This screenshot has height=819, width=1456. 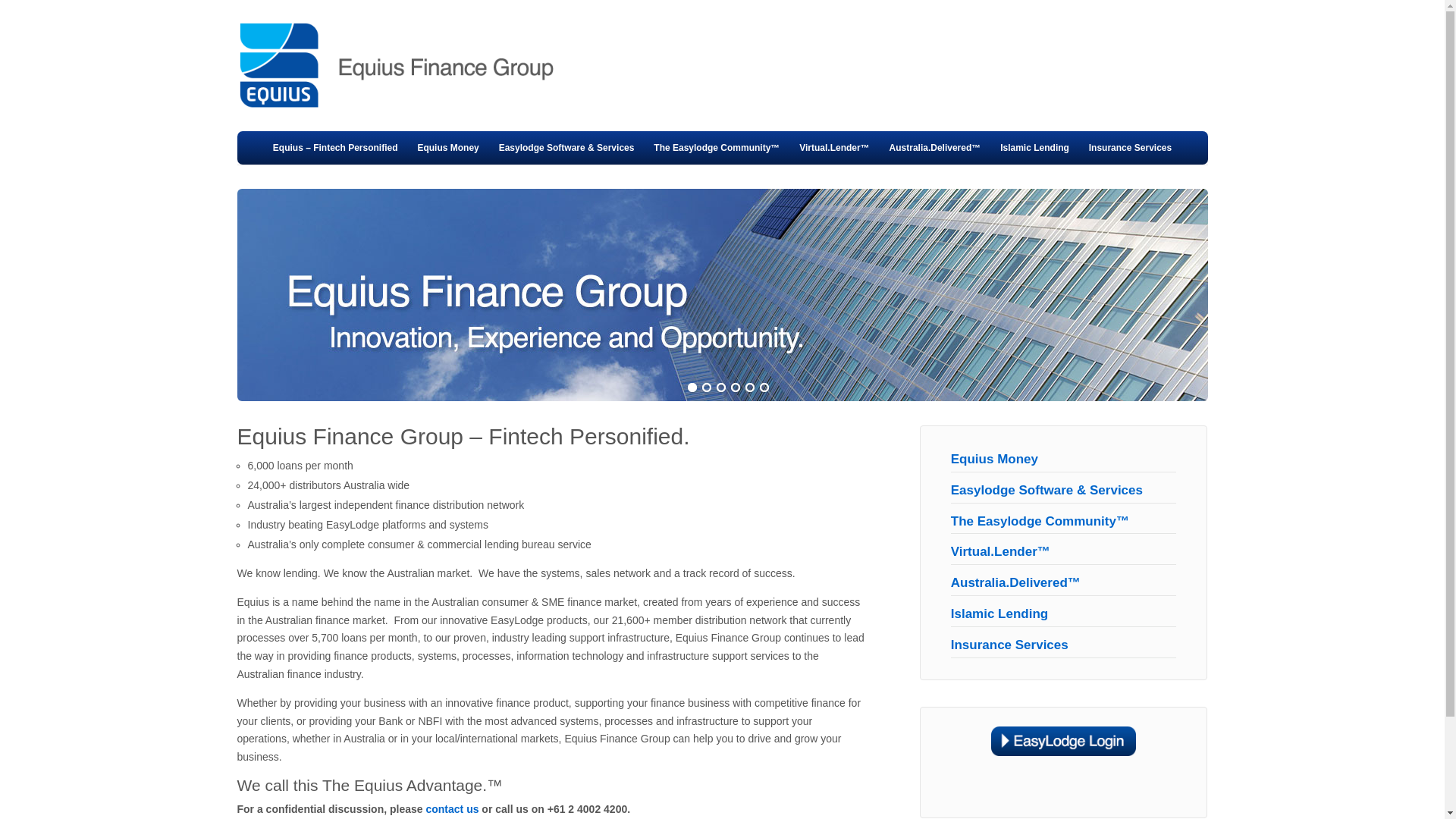 What do you see at coordinates (764, 388) in the screenshot?
I see `'6'` at bounding box center [764, 388].